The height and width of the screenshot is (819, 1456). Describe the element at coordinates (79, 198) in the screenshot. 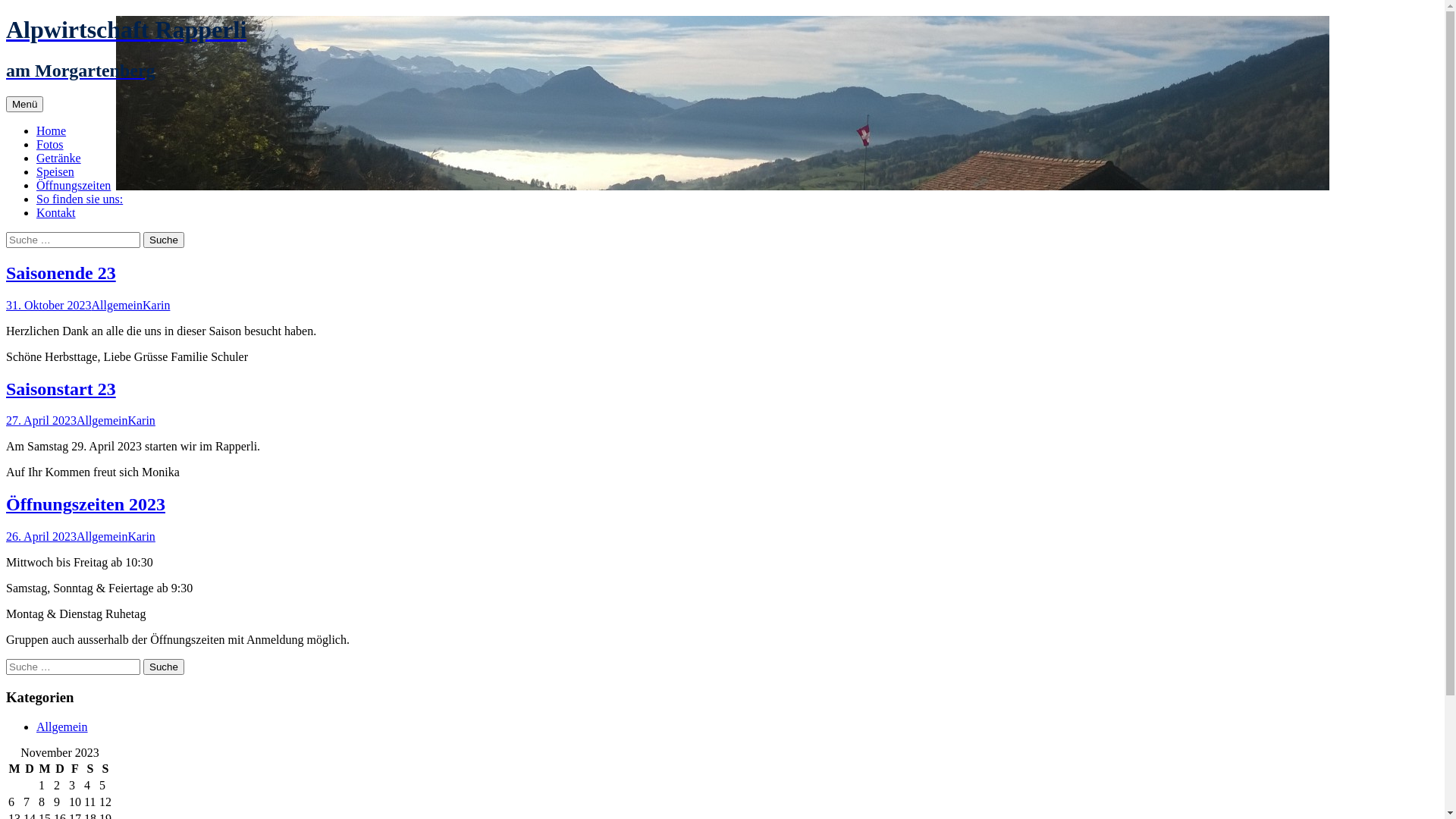

I see `'So finden sie uns:'` at that location.